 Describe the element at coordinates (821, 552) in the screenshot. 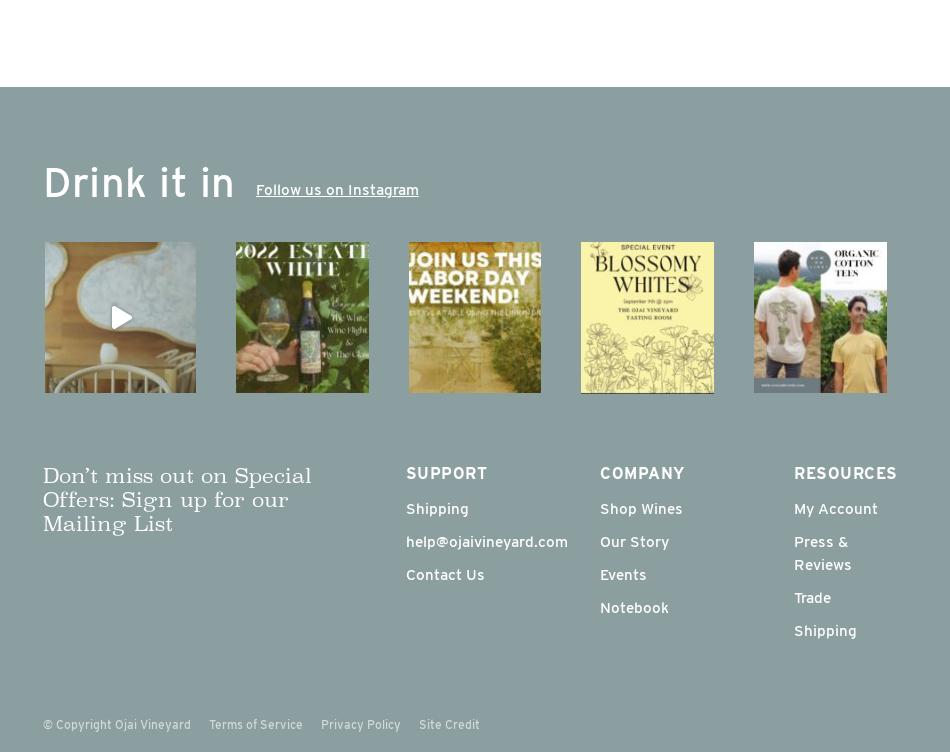

I see `'Press & Reviews'` at that location.